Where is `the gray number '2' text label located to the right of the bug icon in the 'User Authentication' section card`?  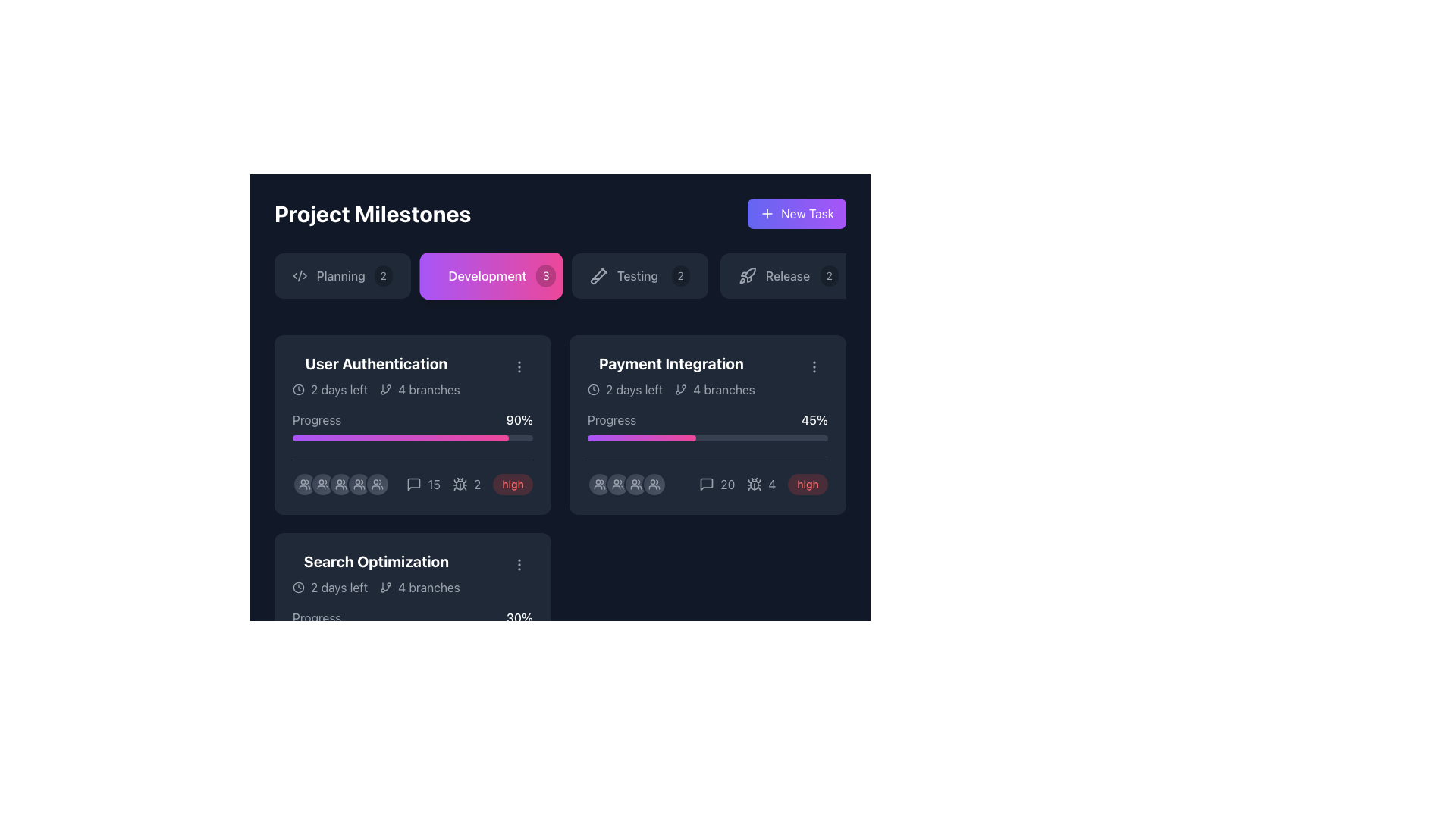
the gray number '2' text label located to the right of the bug icon in the 'User Authentication' section card is located at coordinates (466, 485).